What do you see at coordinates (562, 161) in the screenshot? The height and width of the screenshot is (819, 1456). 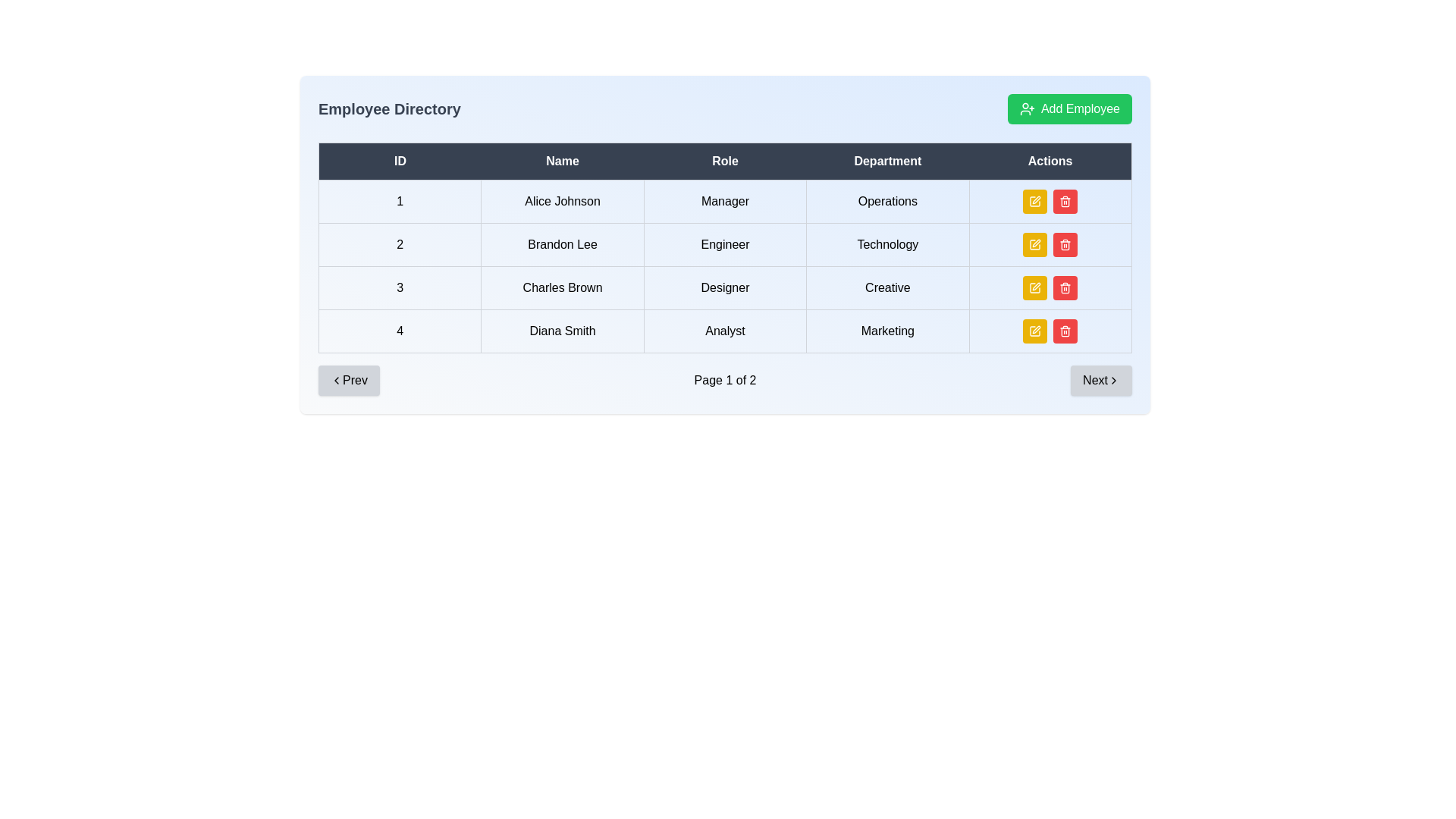 I see `the table header cell labeled 'Name', which is the second column header of the table, styled with bold white font on a dark blue background` at bounding box center [562, 161].